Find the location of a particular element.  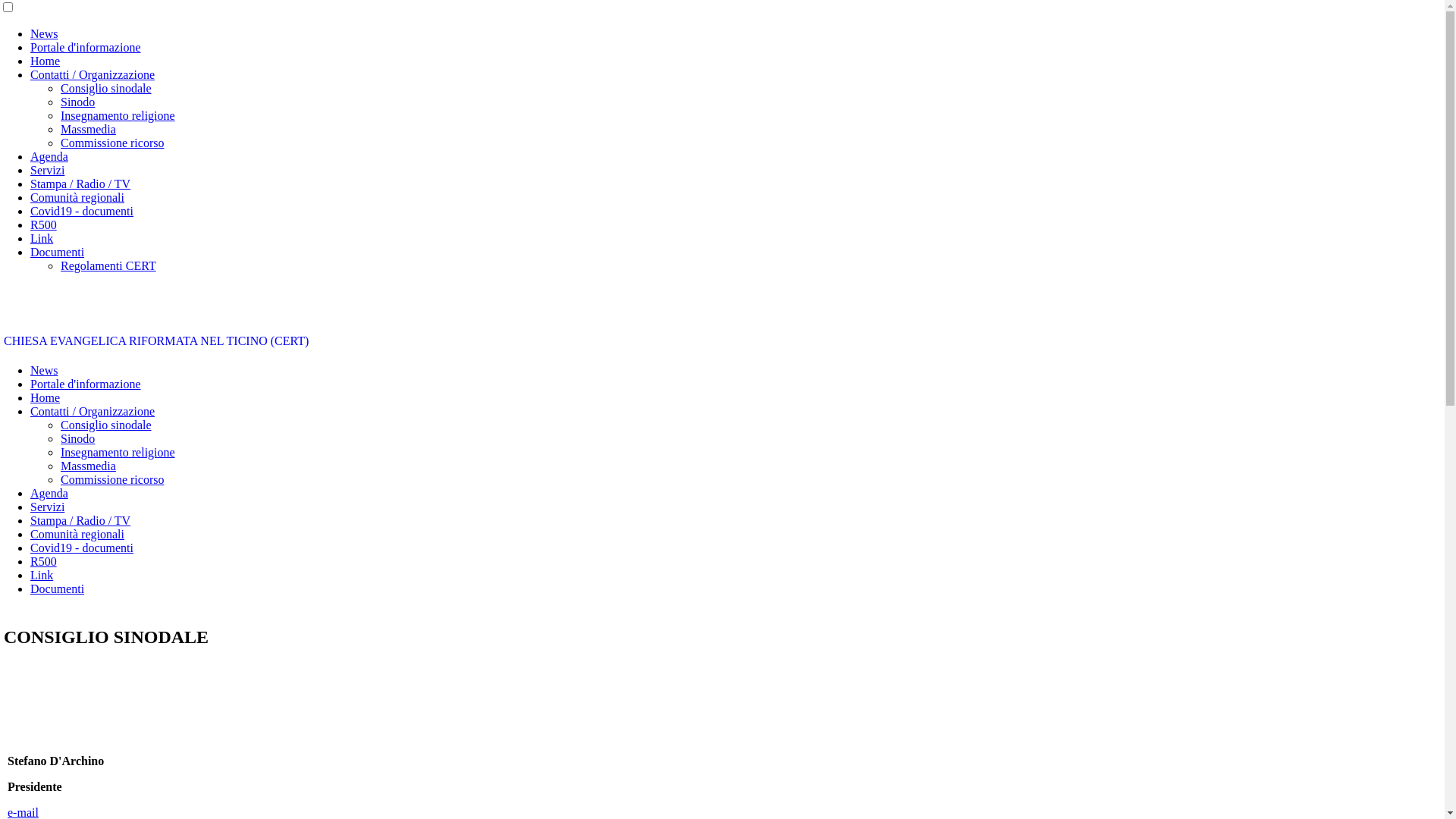

'R500' is located at coordinates (43, 224).